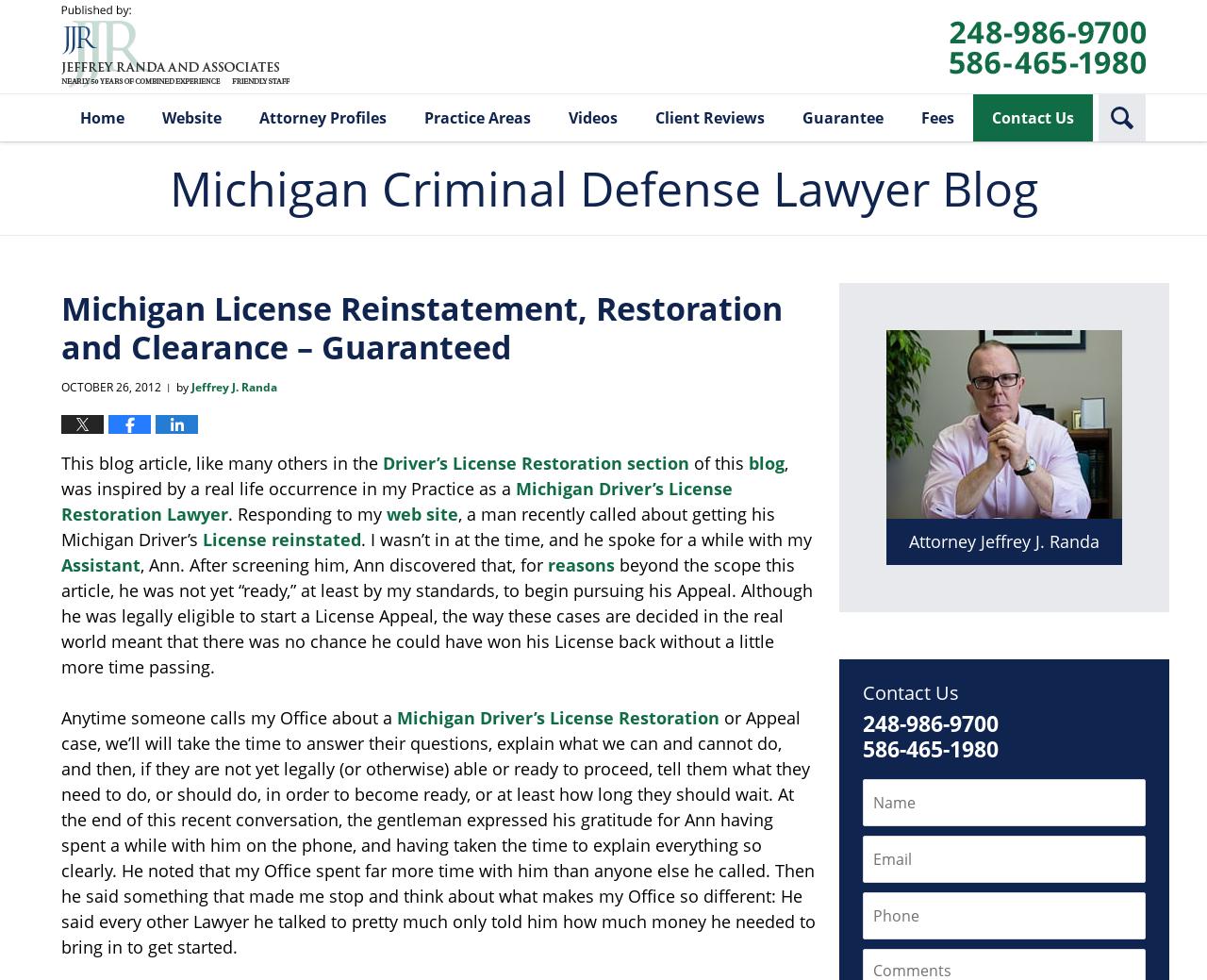 The width and height of the screenshot is (1207, 980). What do you see at coordinates (557, 716) in the screenshot?
I see `'Michigan Driver’s License Restoration'` at bounding box center [557, 716].